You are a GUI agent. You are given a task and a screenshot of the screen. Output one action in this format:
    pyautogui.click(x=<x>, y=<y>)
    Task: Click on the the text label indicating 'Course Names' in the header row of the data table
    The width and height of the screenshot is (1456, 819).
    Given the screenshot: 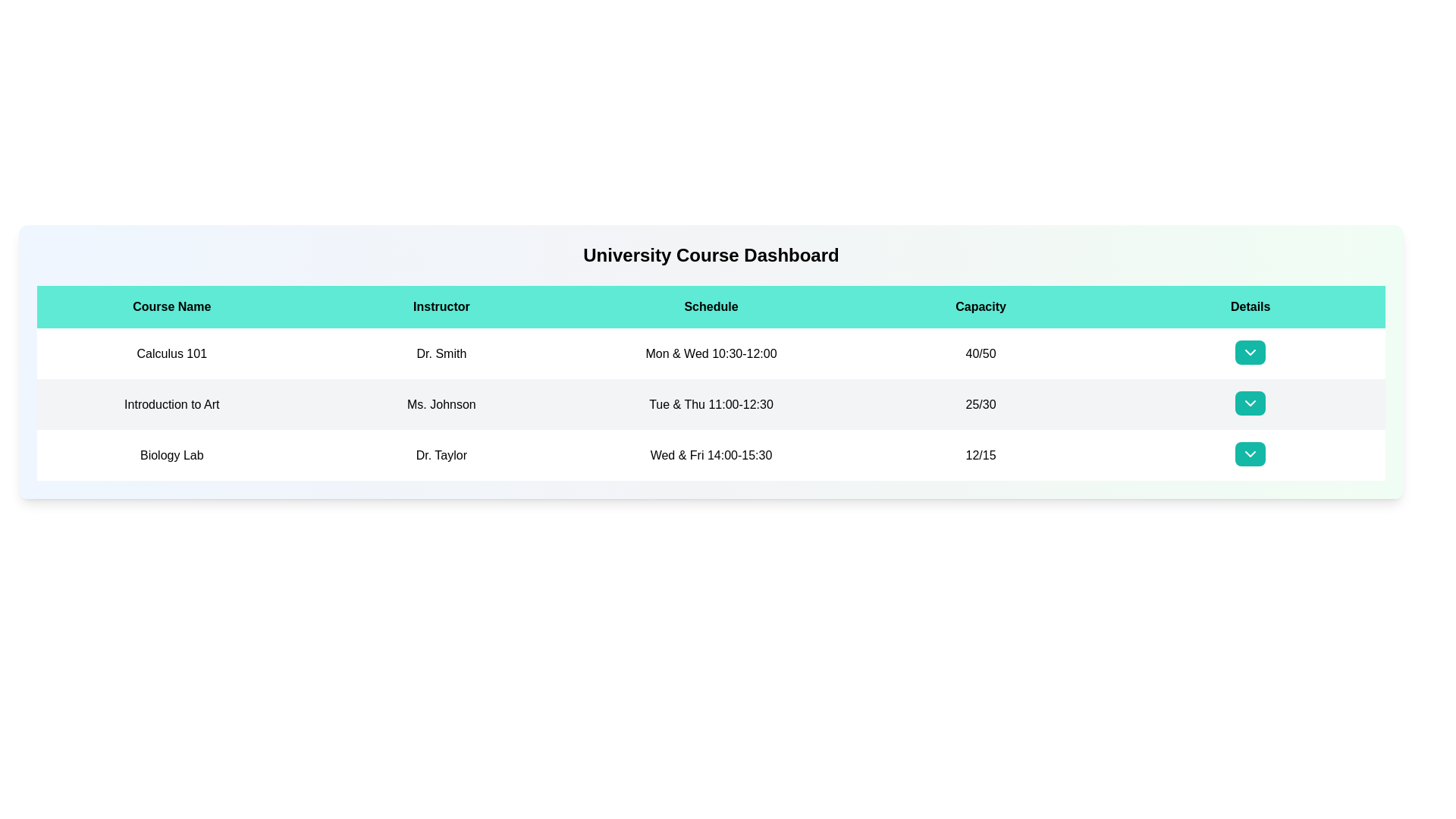 What is the action you would take?
    pyautogui.click(x=171, y=307)
    